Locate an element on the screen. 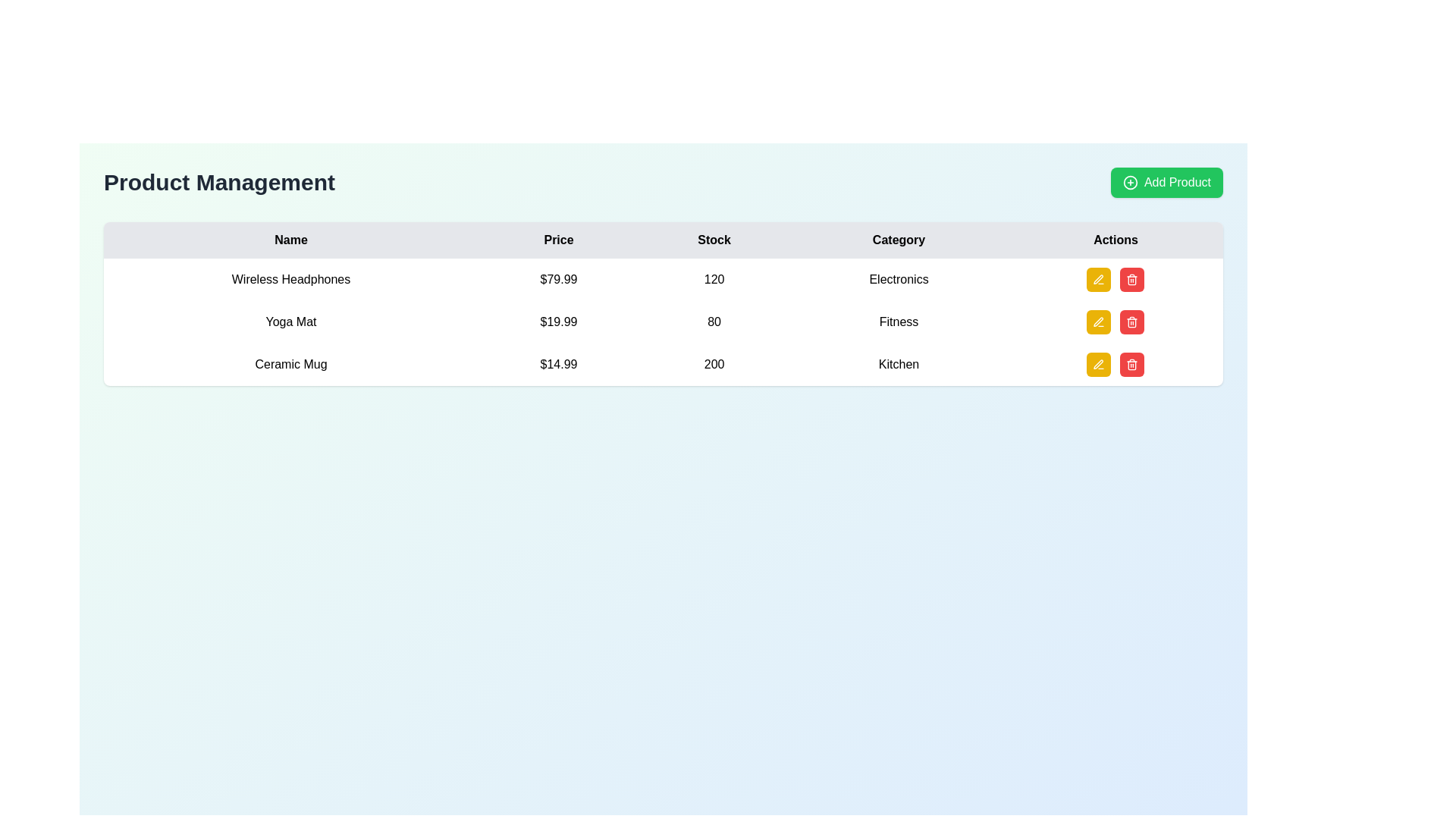 The image size is (1456, 819). the delete button with a trash icon located in the 'Actions' column for the 'Ceramic Mug' product entry is located at coordinates (1132, 280).